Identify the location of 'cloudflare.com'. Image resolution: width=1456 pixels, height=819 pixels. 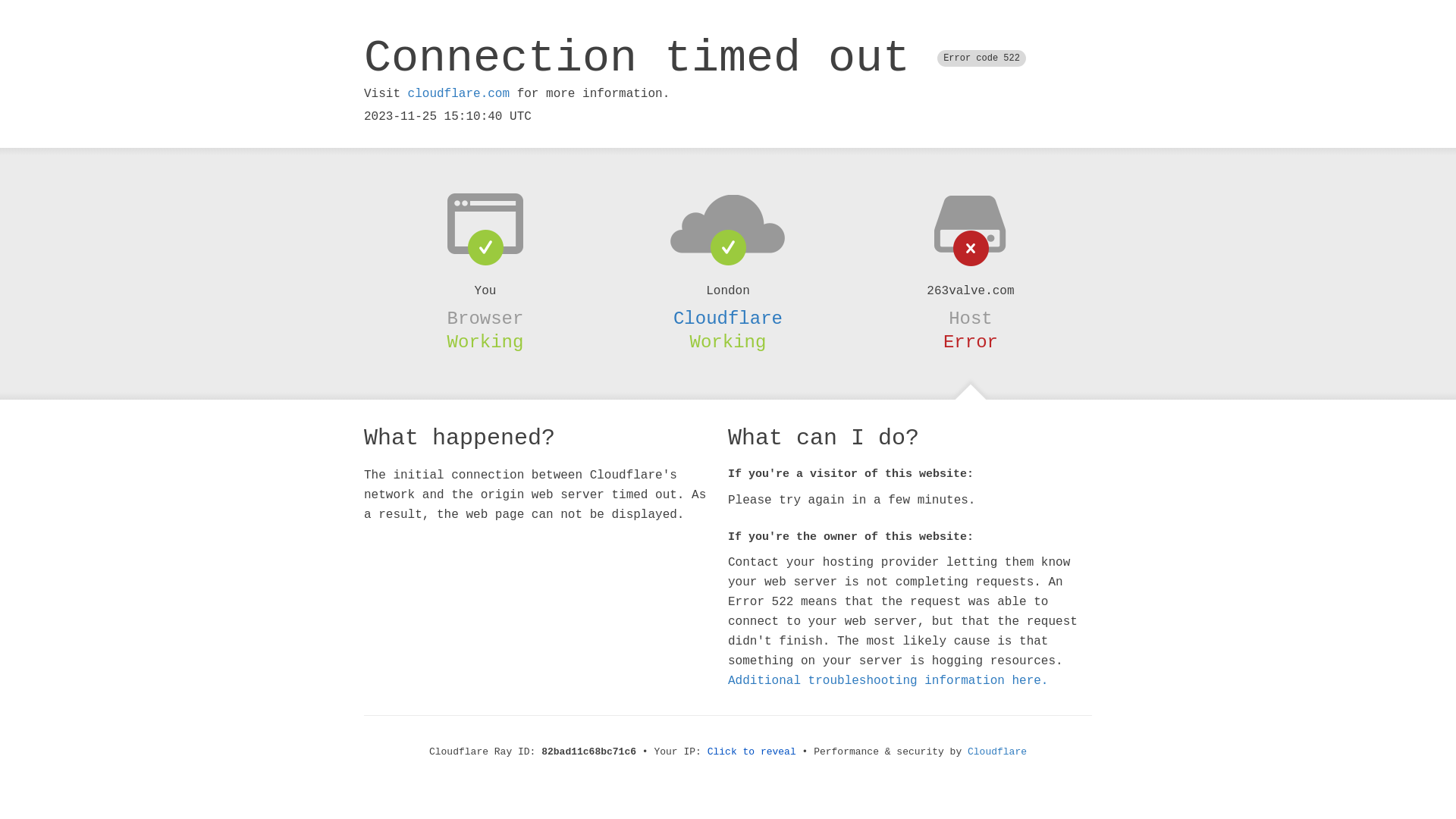
(457, 93).